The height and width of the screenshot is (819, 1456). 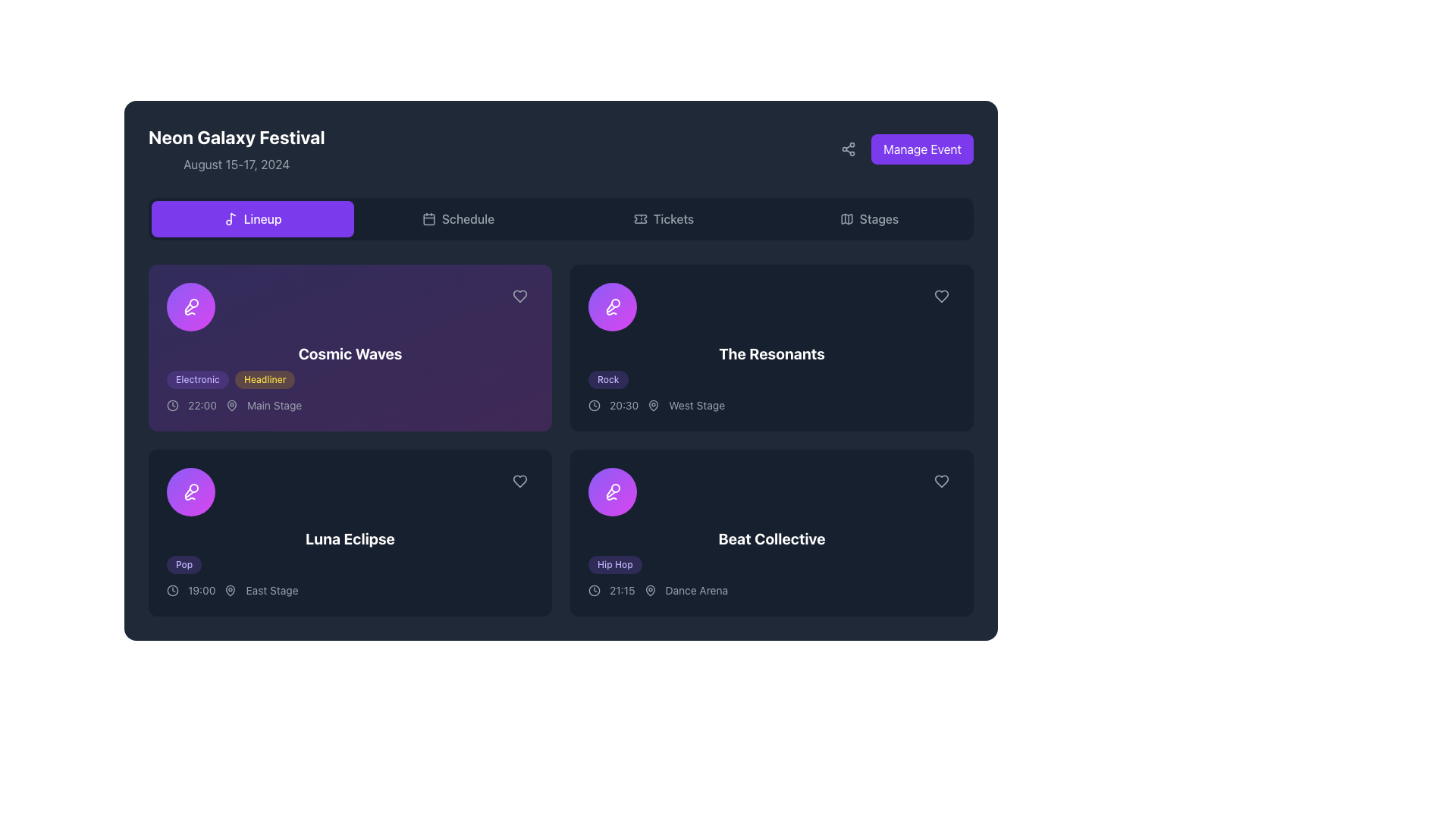 What do you see at coordinates (650, 590) in the screenshot?
I see `the map pin icon located in the event details section for 'Beat Collective', positioned to the right of the time '21:15' and to the left of the text 'Dance Arena'` at bounding box center [650, 590].